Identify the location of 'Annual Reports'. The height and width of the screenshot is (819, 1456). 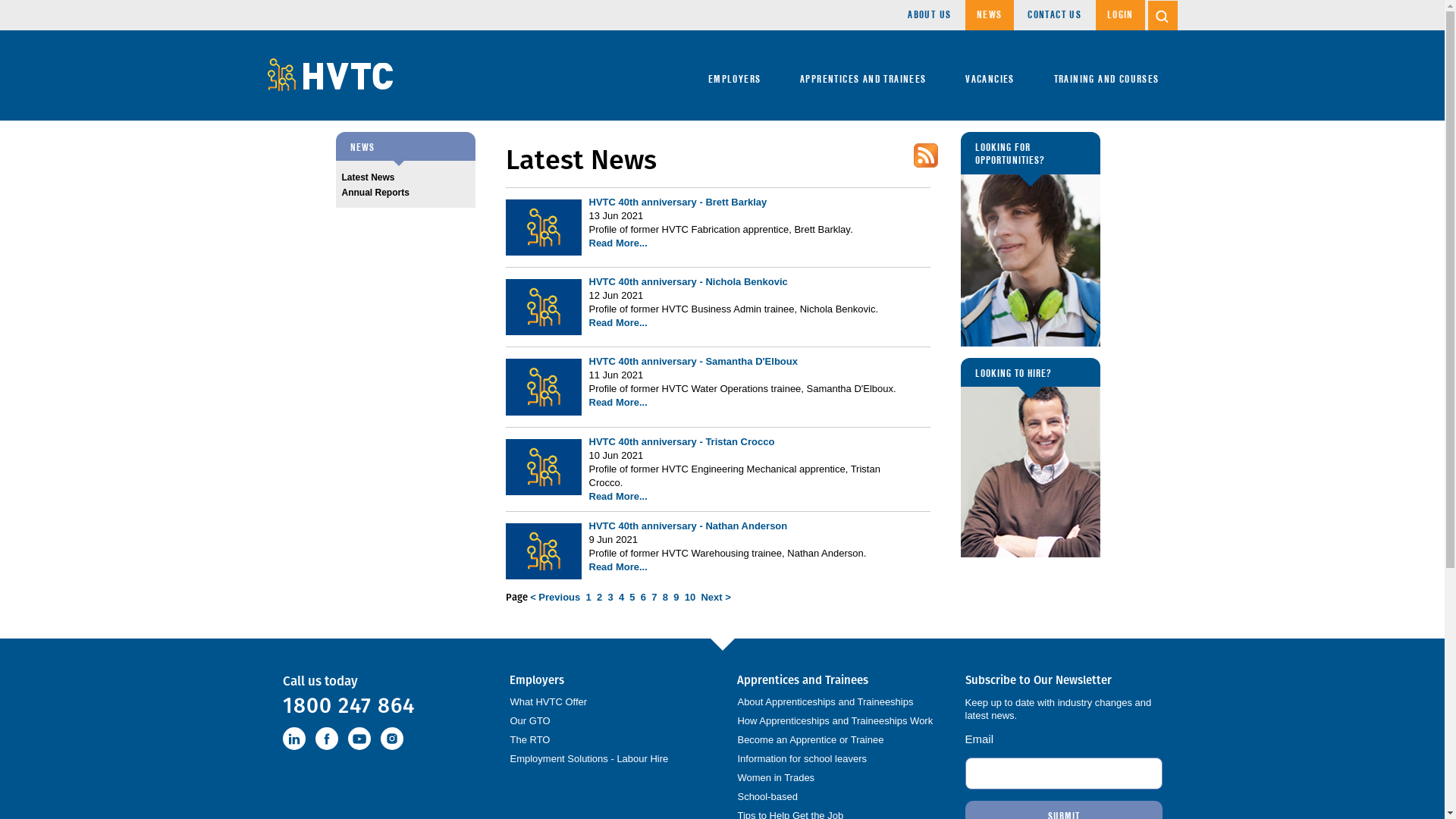
(404, 192).